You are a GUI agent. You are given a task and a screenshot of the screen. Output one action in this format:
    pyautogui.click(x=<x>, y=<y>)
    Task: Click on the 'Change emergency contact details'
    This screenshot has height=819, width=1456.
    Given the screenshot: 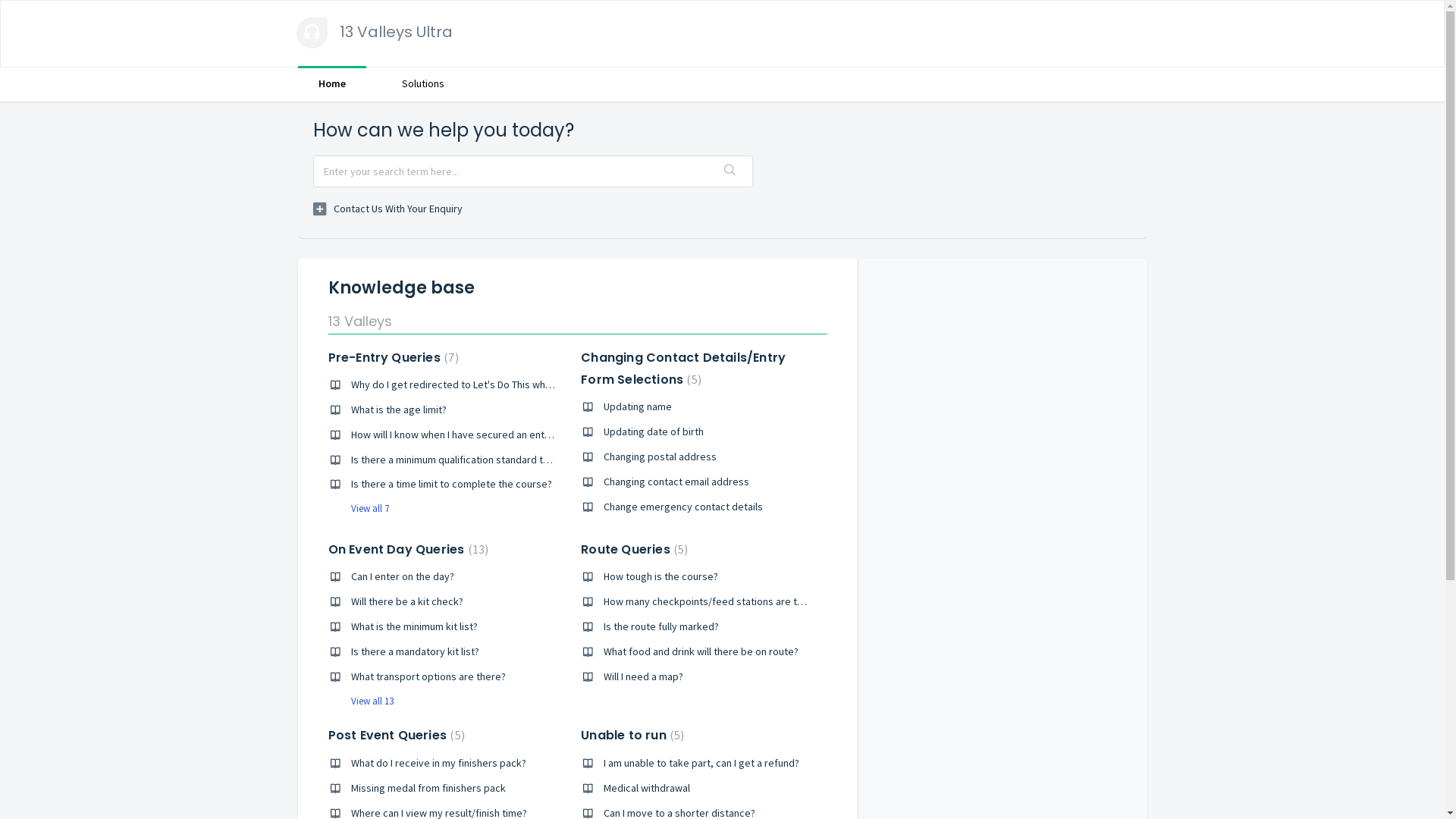 What is the action you would take?
    pyautogui.click(x=682, y=506)
    